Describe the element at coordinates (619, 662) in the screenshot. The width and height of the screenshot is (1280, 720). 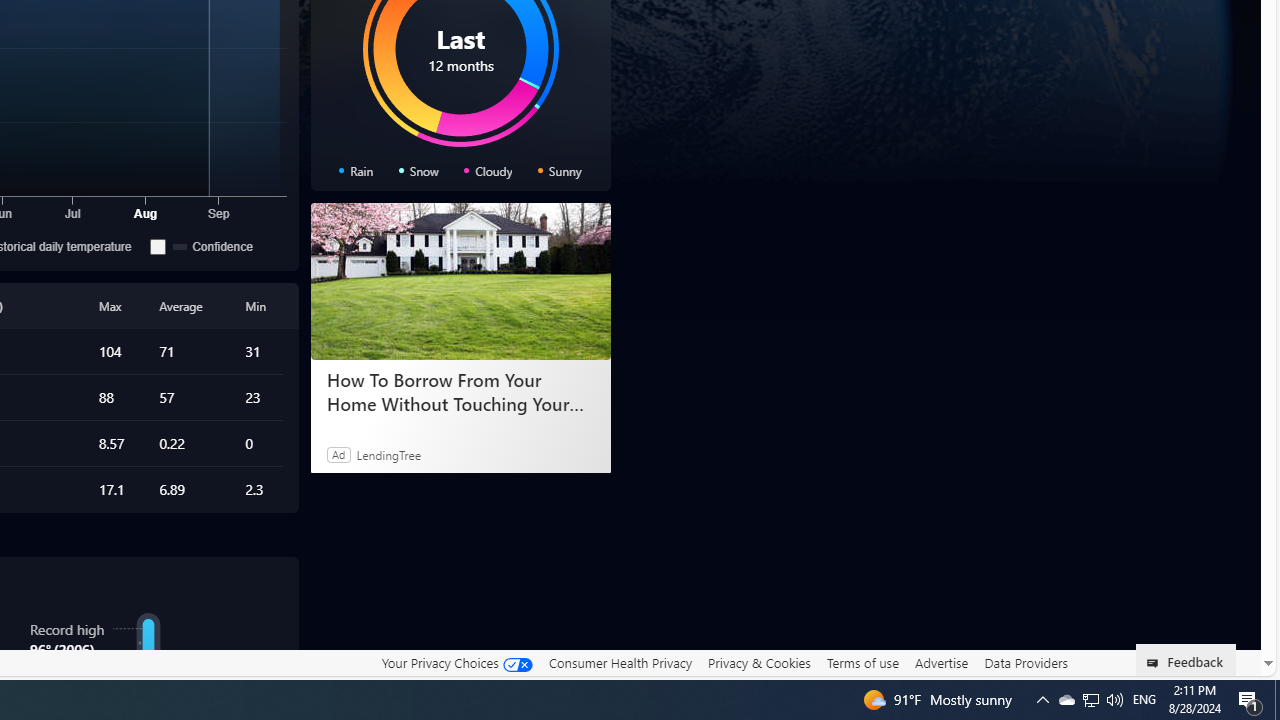
I see `'Consumer Health Privacy'` at that location.